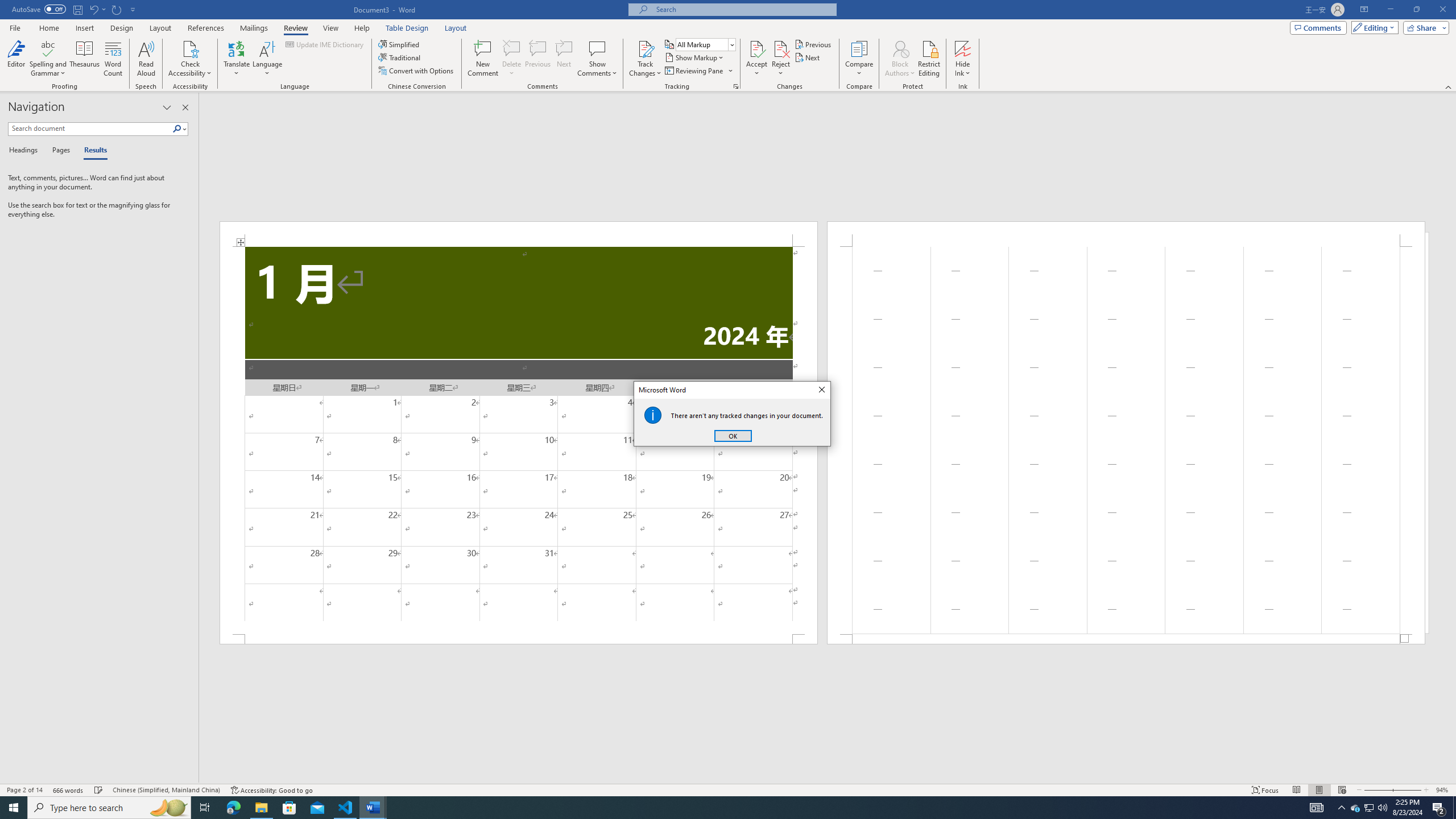  What do you see at coordinates (511, 48) in the screenshot?
I see `'Delete'` at bounding box center [511, 48].